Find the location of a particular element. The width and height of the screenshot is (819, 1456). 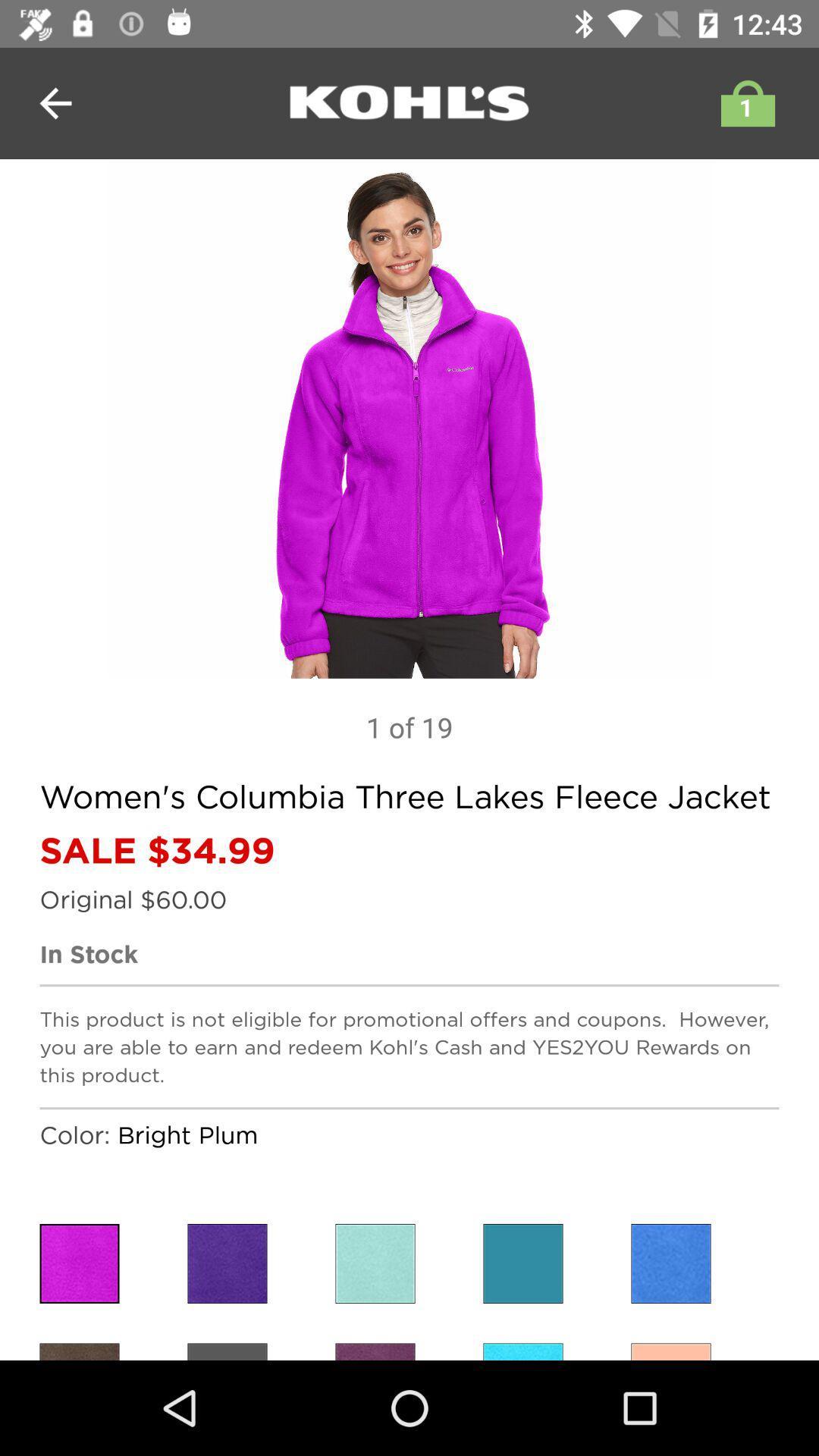

choose purple color is located at coordinates (375, 1351).